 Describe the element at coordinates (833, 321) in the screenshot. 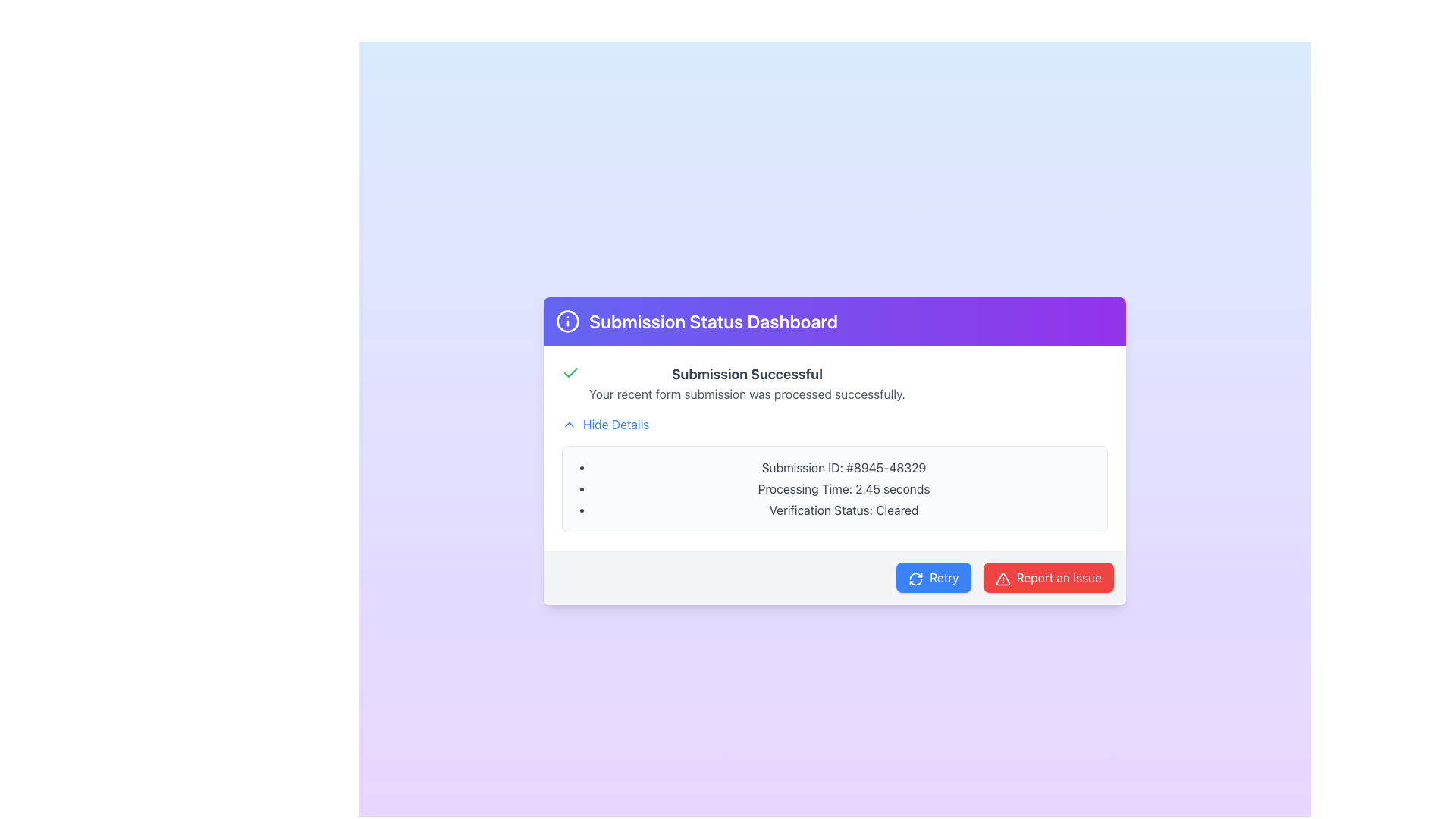

I see `the Header Bar which features a gradient background from indigo to purple and includes the text label 'Submission Status Dashboard' in white` at that location.